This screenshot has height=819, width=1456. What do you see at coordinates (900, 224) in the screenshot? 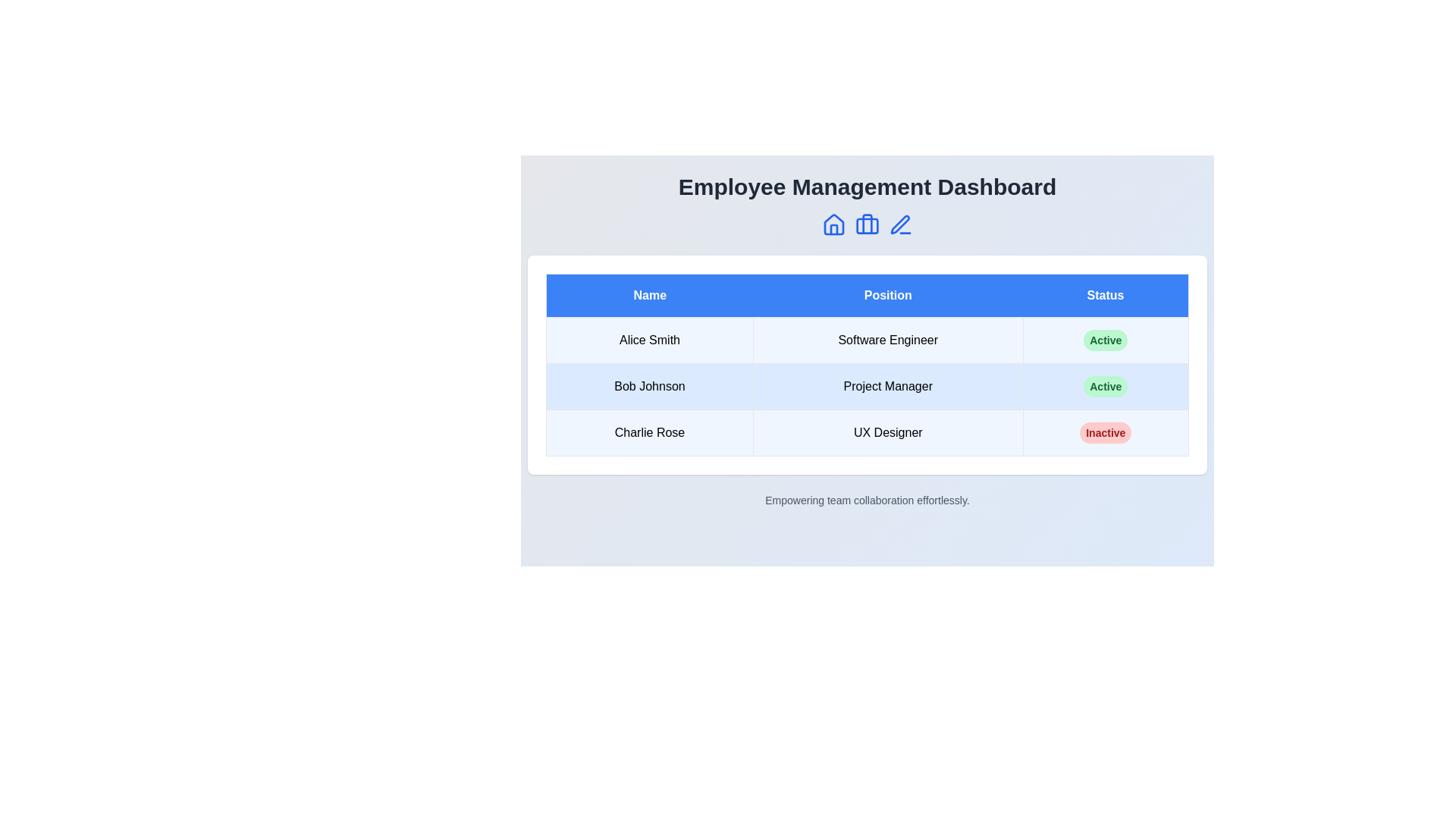
I see `the editing icon resembling a pen in the header section of the Employee Management Dashboard` at bounding box center [900, 224].